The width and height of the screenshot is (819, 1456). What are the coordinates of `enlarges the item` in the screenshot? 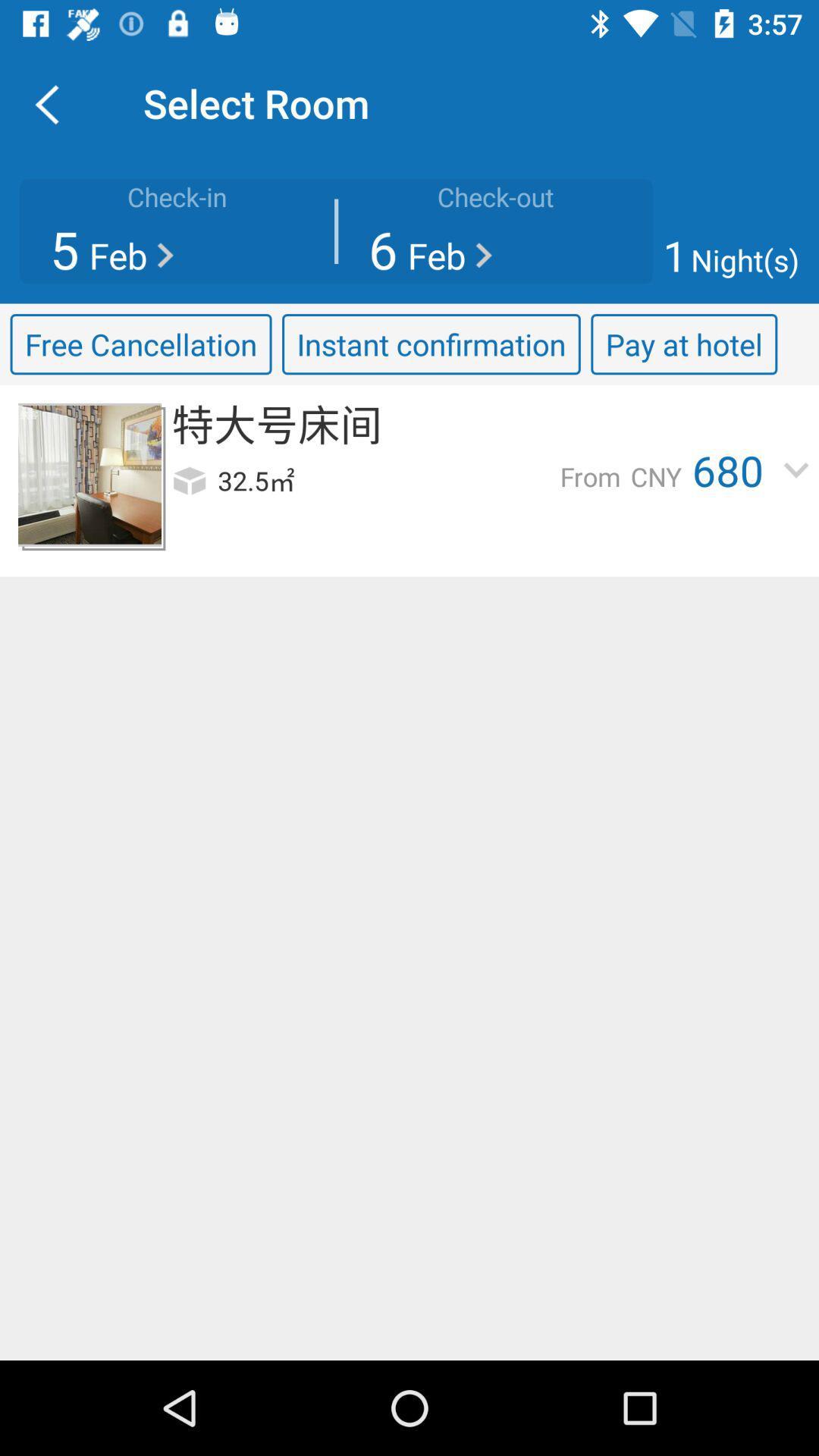 It's located at (89, 474).